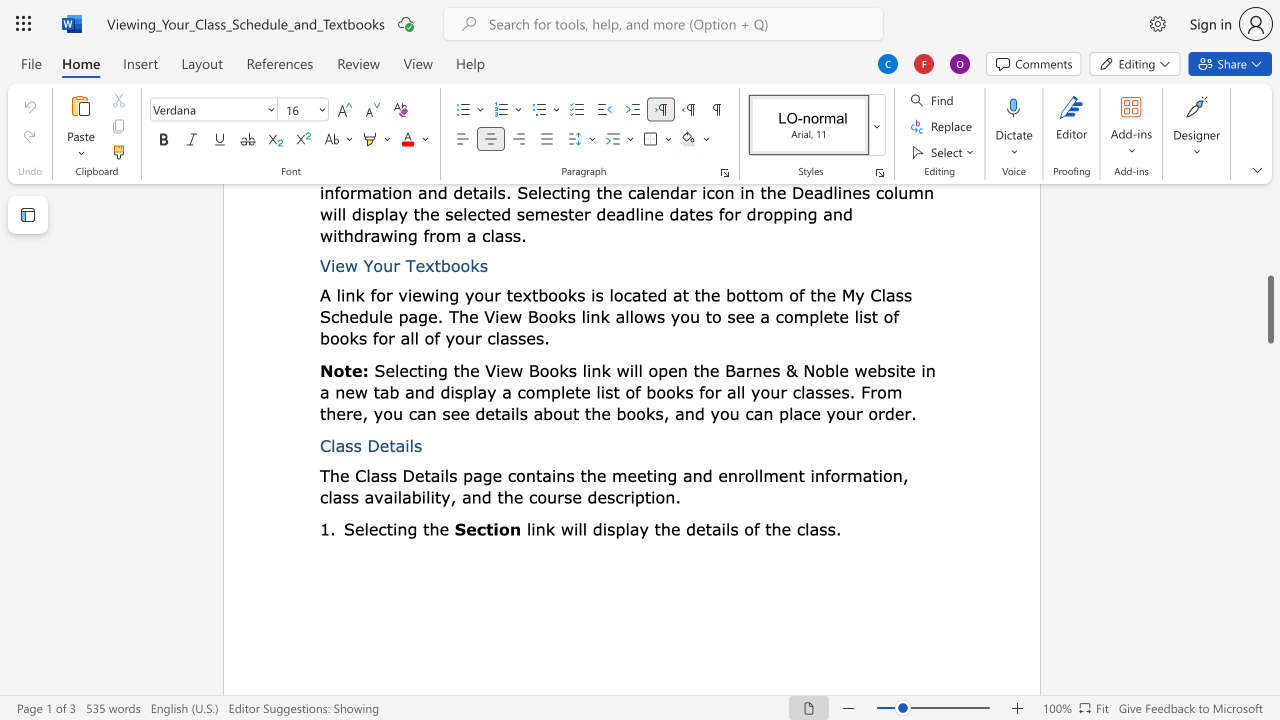 This screenshot has width=1280, height=720. Describe the element at coordinates (1269, 220) in the screenshot. I see `the scrollbar` at that location.